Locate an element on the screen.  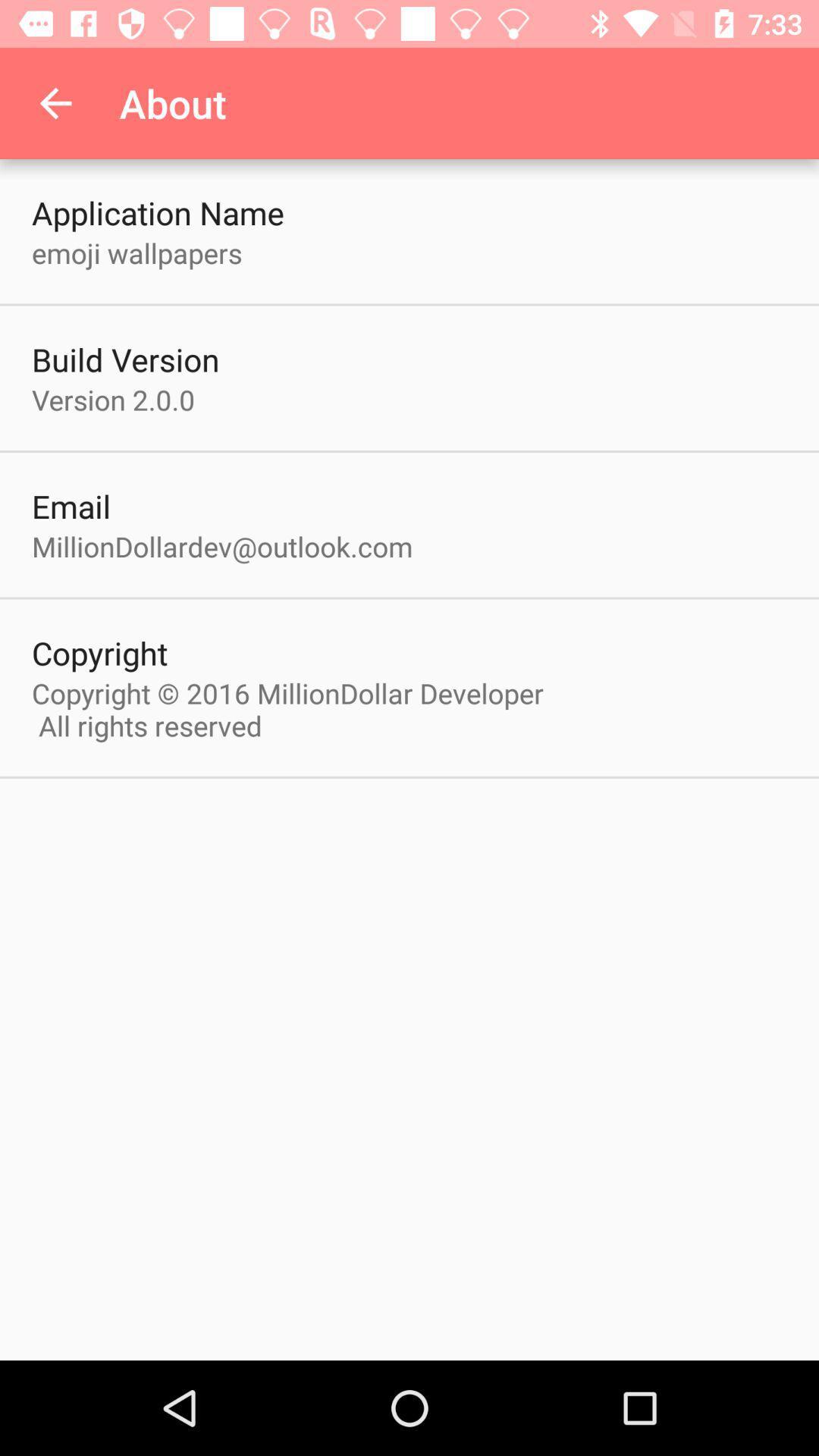
the emoji wallpapers is located at coordinates (136, 253).